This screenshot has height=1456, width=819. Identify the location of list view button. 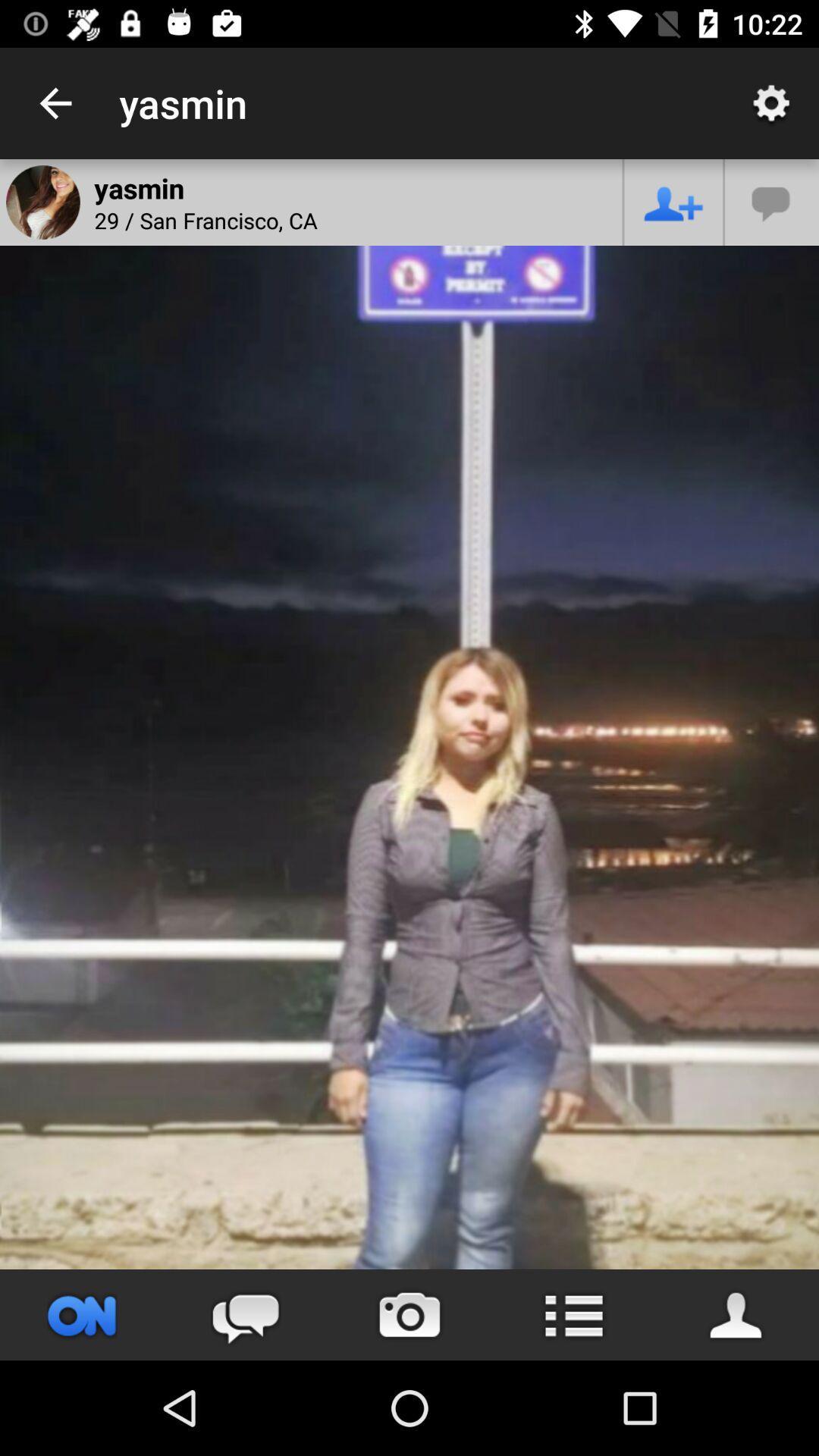
(573, 1314).